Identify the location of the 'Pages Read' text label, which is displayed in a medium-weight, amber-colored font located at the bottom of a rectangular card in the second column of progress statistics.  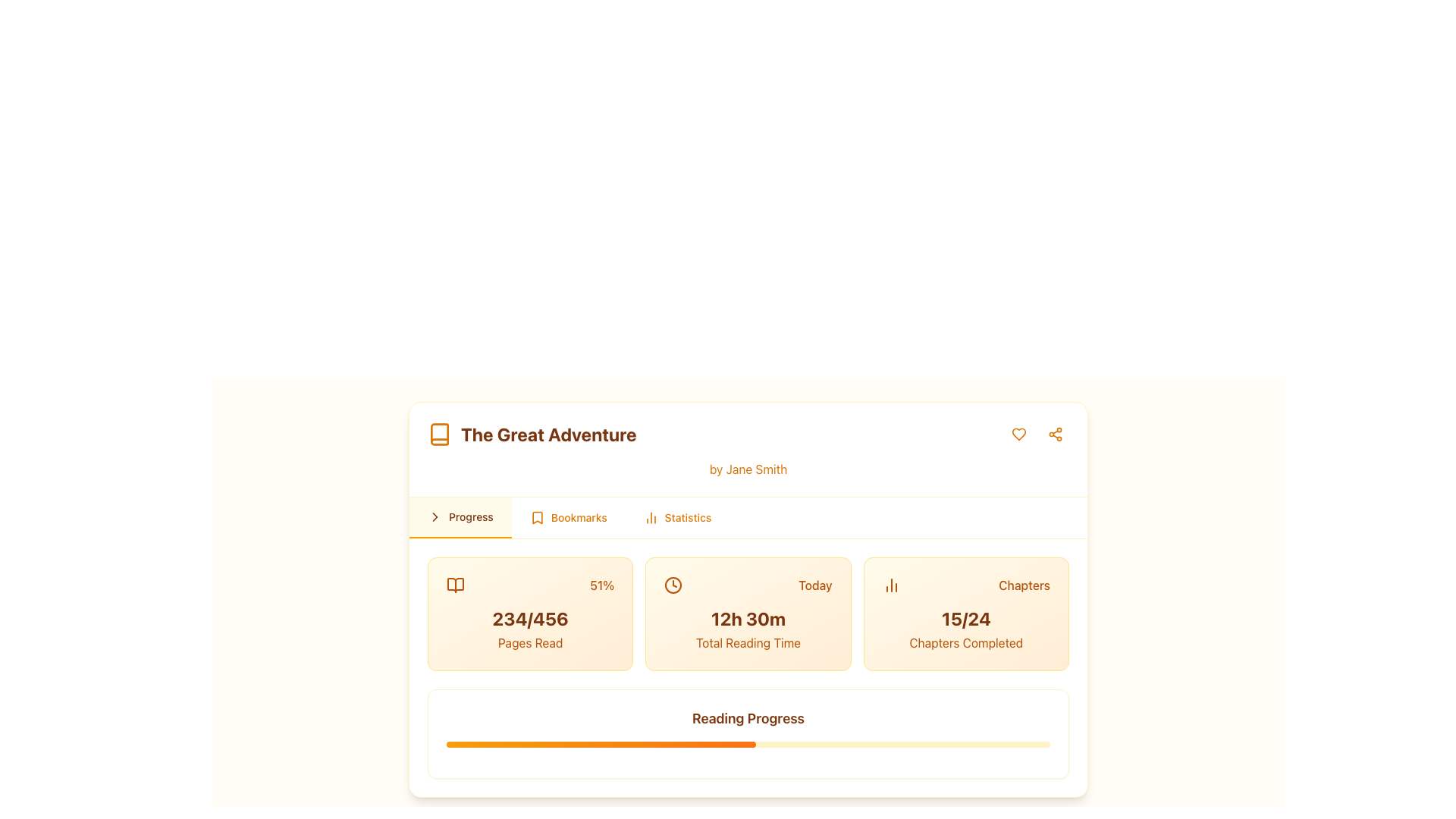
(530, 643).